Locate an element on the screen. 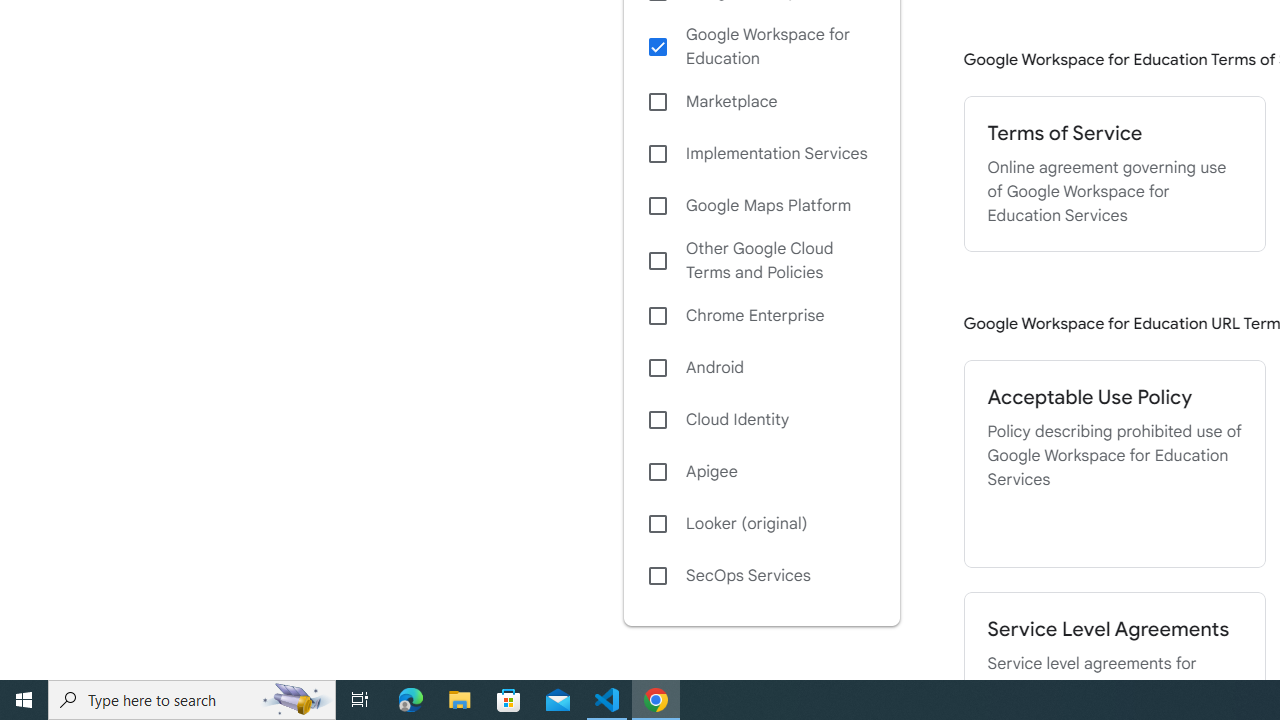 The width and height of the screenshot is (1280, 720). 'Chrome Enterprise' is located at coordinates (760, 315).